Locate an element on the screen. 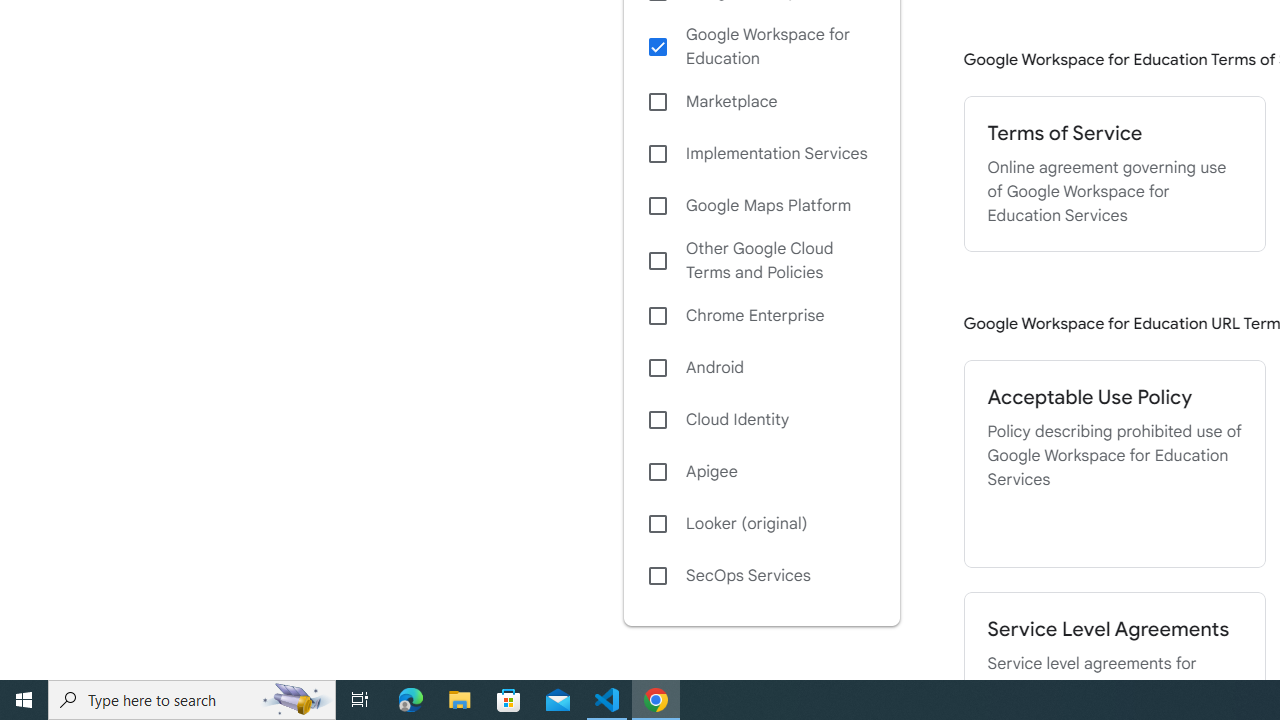 The width and height of the screenshot is (1280, 720). 'Chrome Enterprise' is located at coordinates (760, 315).